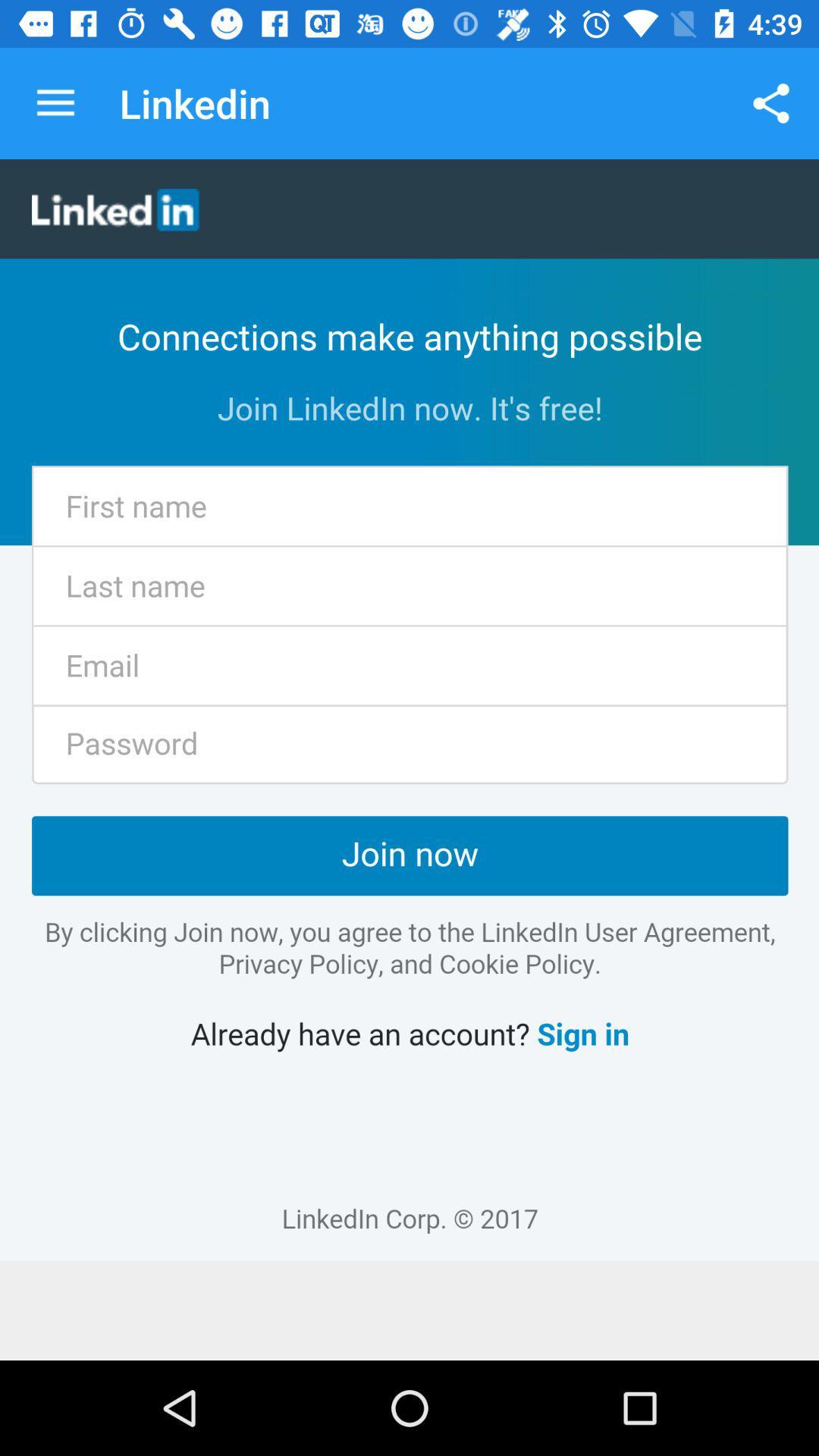  I want to click on sign up info, so click(409, 709).